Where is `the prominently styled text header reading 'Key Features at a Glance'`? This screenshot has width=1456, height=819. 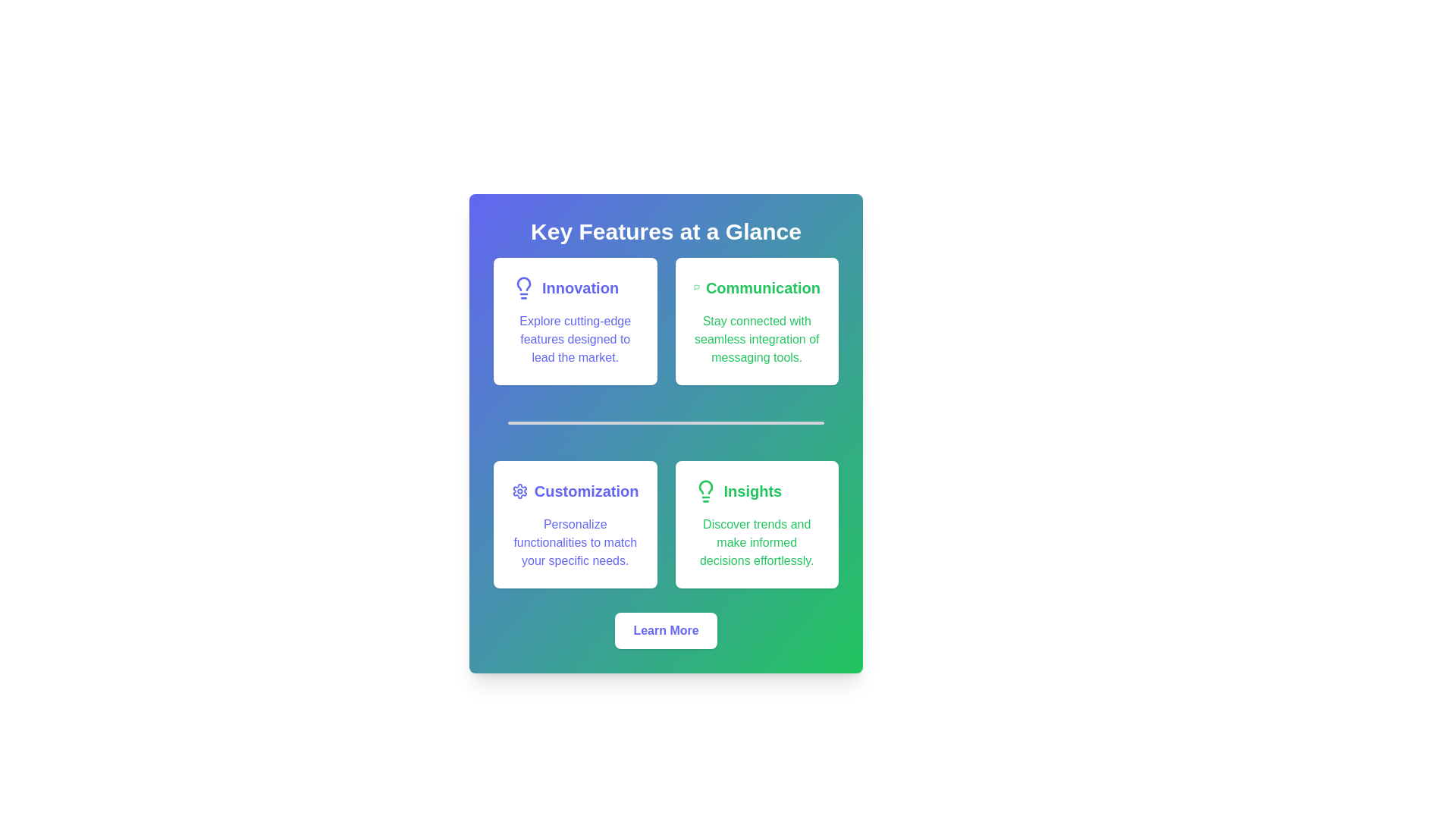
the prominently styled text header reading 'Key Features at a Glance' is located at coordinates (666, 231).